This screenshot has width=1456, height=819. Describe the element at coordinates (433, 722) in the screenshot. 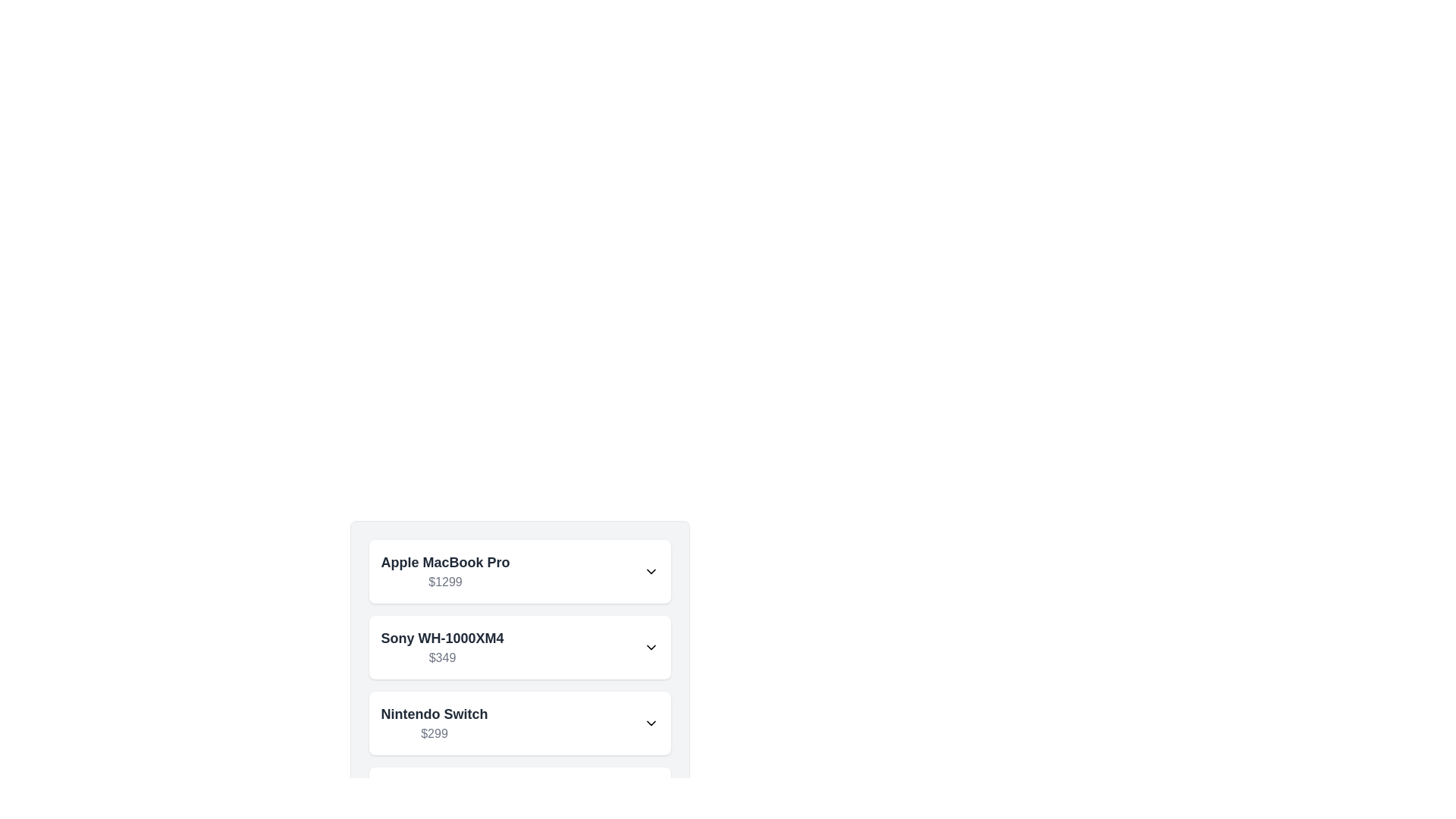

I see `the third item in the vertical product list that displays the name and price of a product, located below 'Sony WH-1000XM4'` at that location.